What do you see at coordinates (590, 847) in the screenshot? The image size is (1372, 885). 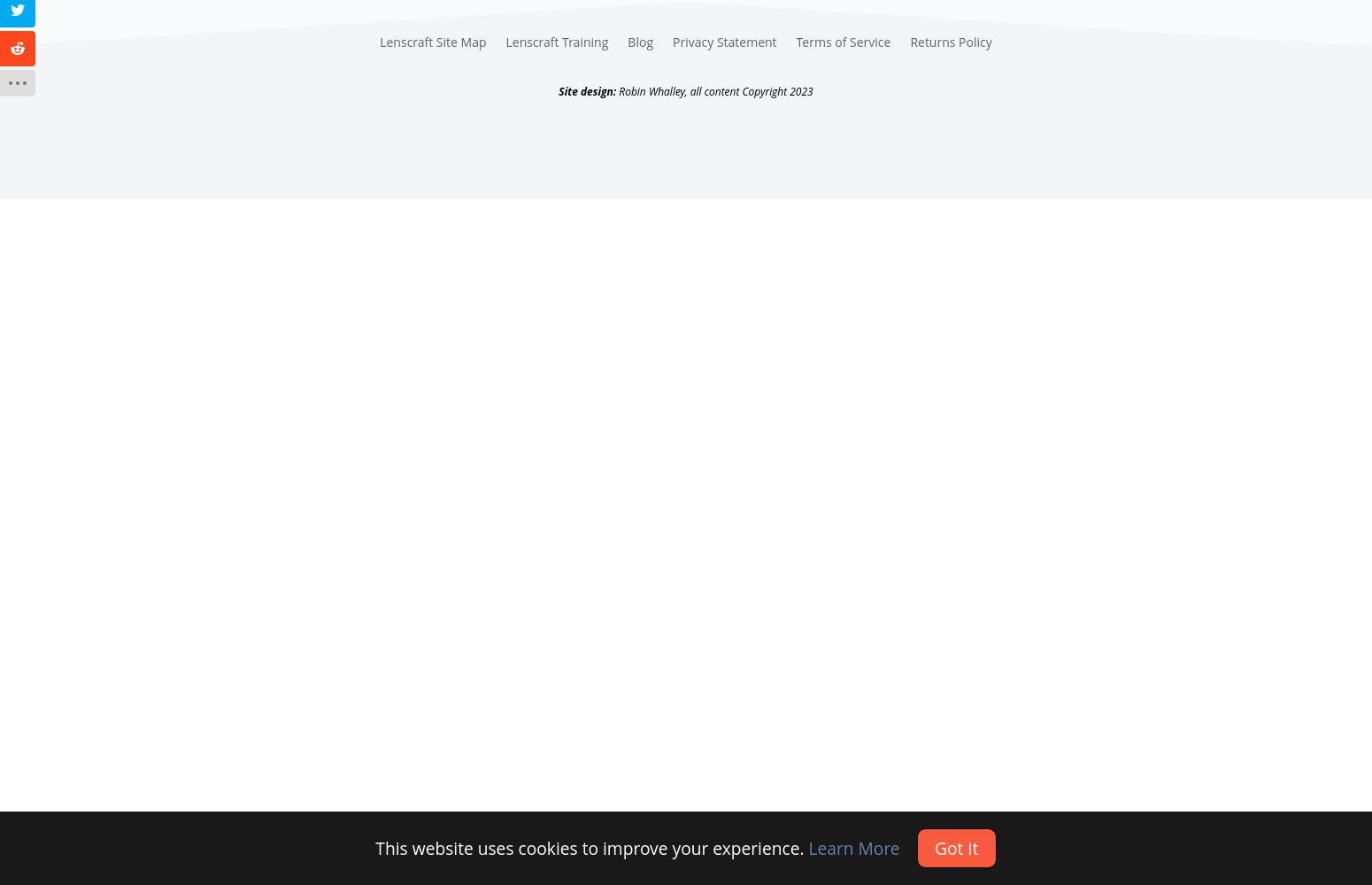 I see `'This website uses cookies to improve your experience.'` at bounding box center [590, 847].